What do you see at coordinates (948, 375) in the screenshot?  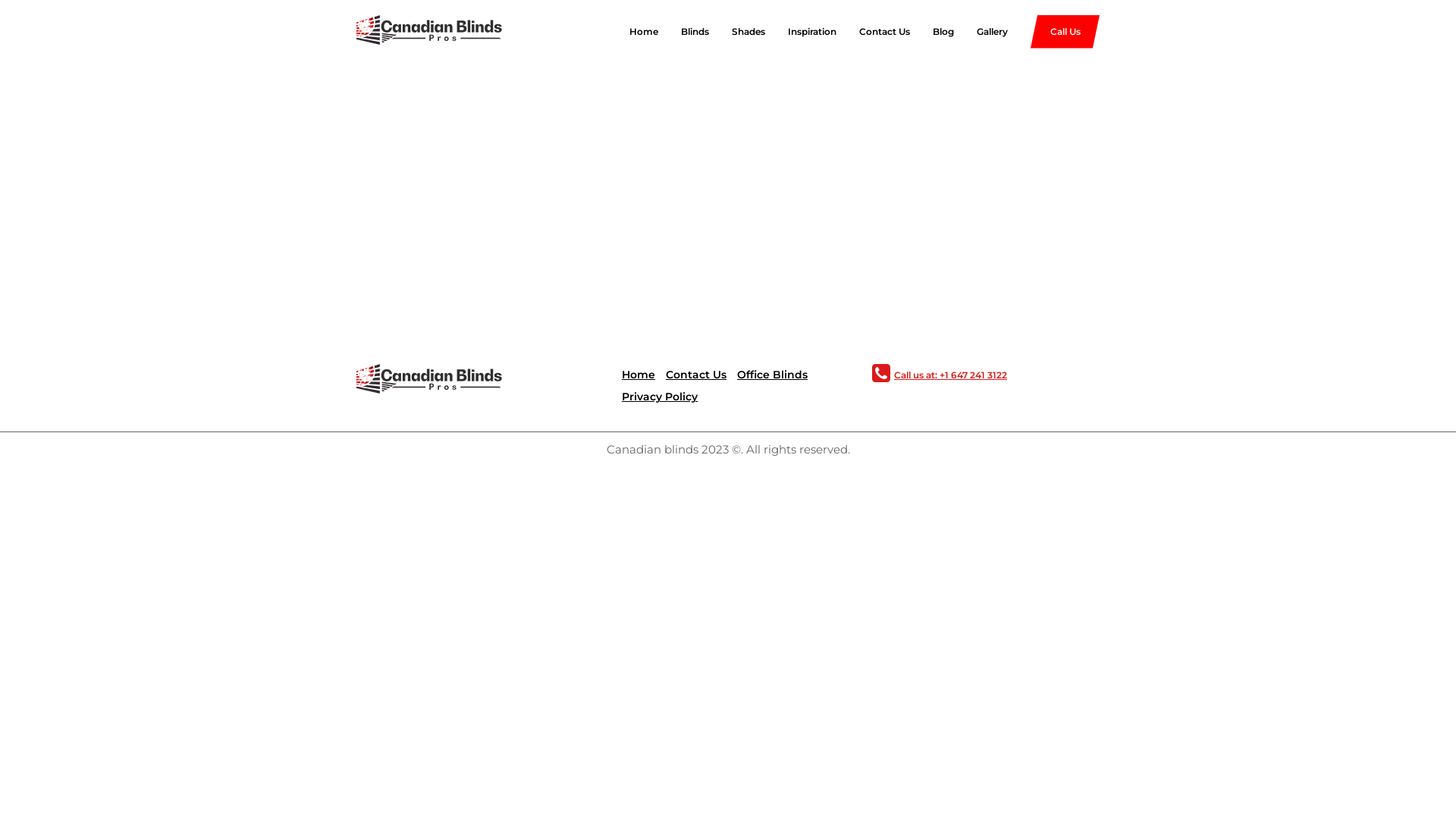 I see `'Call us at: +1 647 241 3122'` at bounding box center [948, 375].